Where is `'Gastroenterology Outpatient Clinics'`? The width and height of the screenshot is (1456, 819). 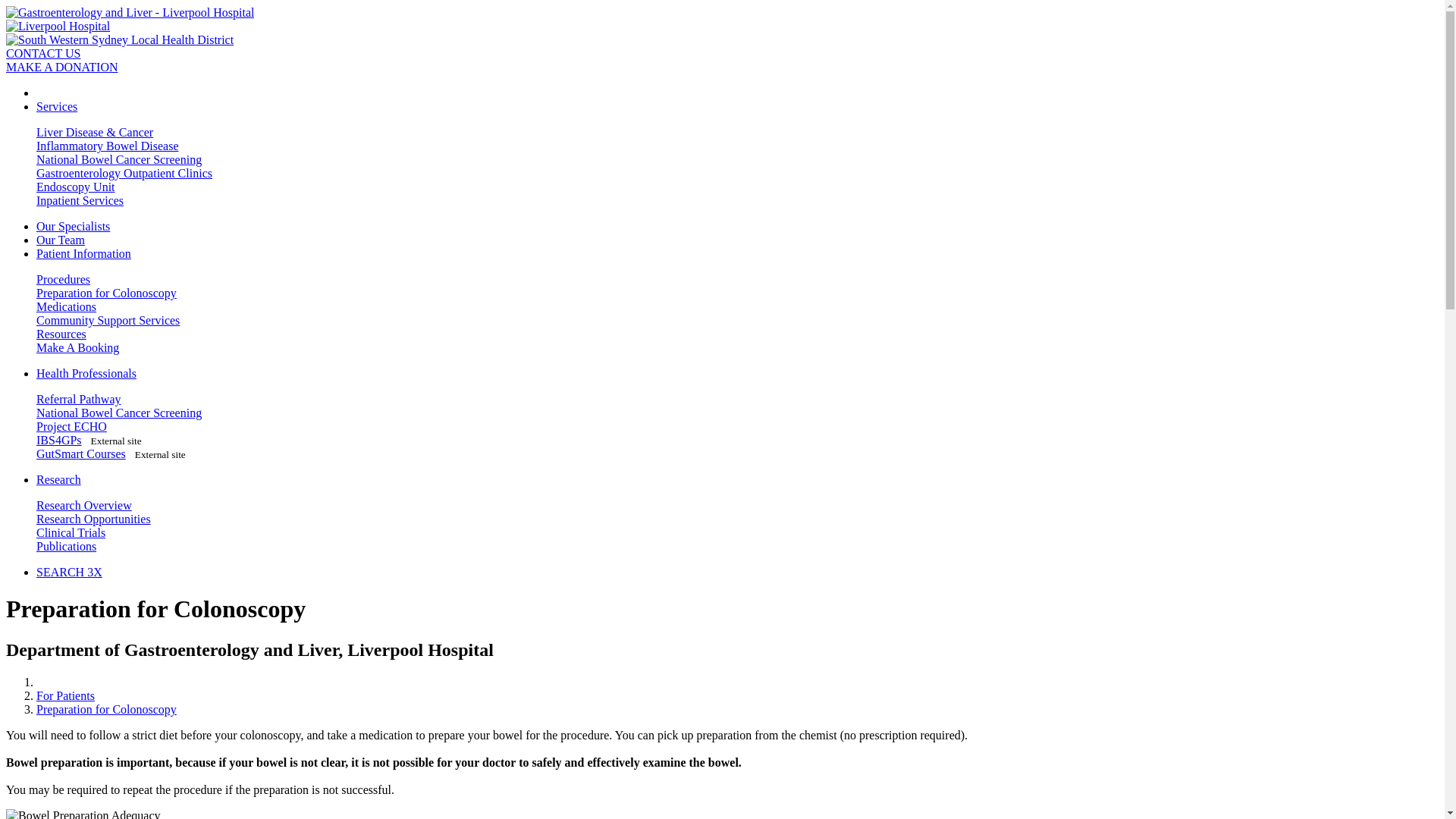 'Gastroenterology Outpatient Clinics' is located at coordinates (124, 172).